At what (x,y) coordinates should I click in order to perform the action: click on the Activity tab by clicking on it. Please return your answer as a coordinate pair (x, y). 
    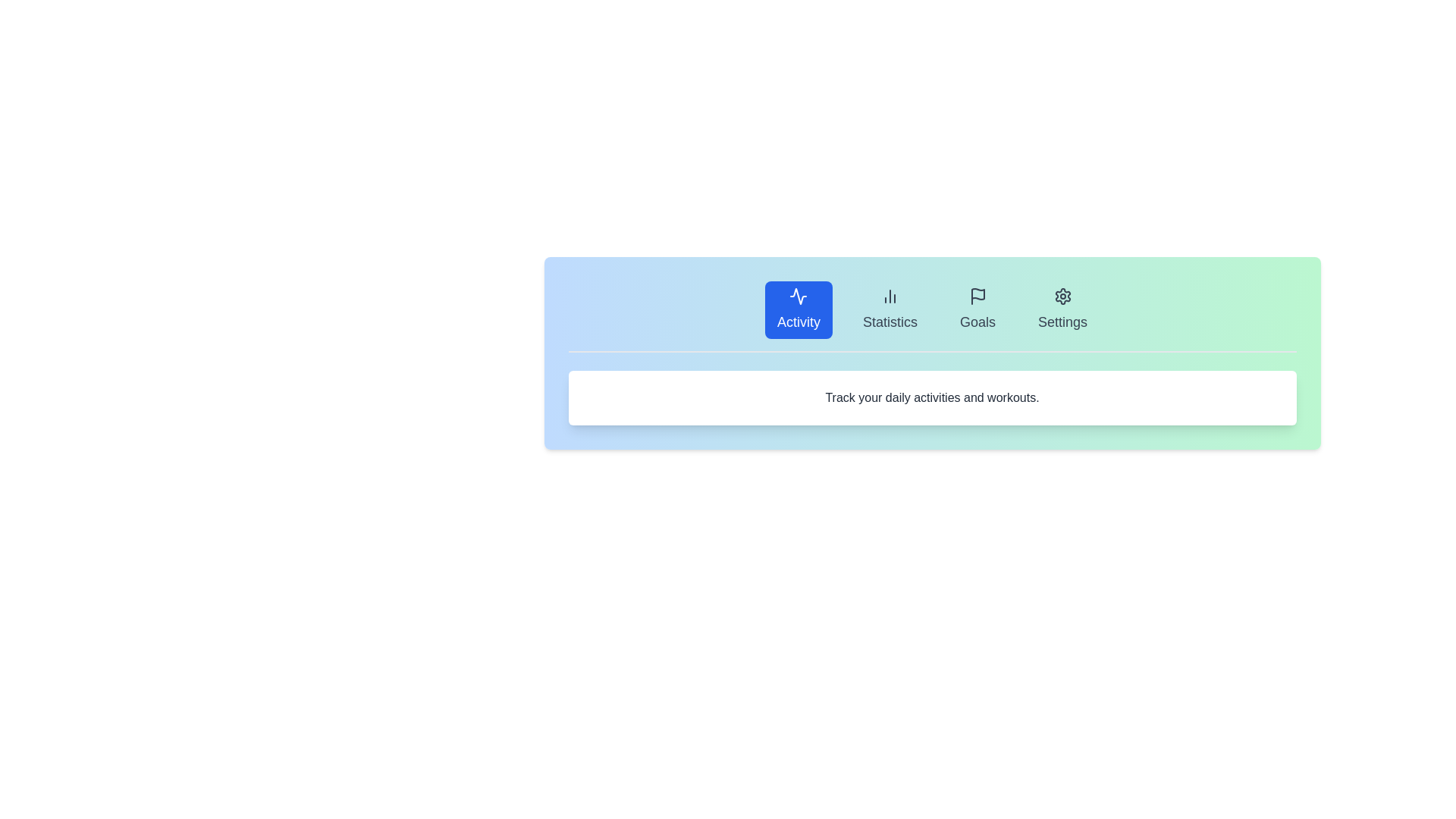
    Looking at the image, I should click on (798, 309).